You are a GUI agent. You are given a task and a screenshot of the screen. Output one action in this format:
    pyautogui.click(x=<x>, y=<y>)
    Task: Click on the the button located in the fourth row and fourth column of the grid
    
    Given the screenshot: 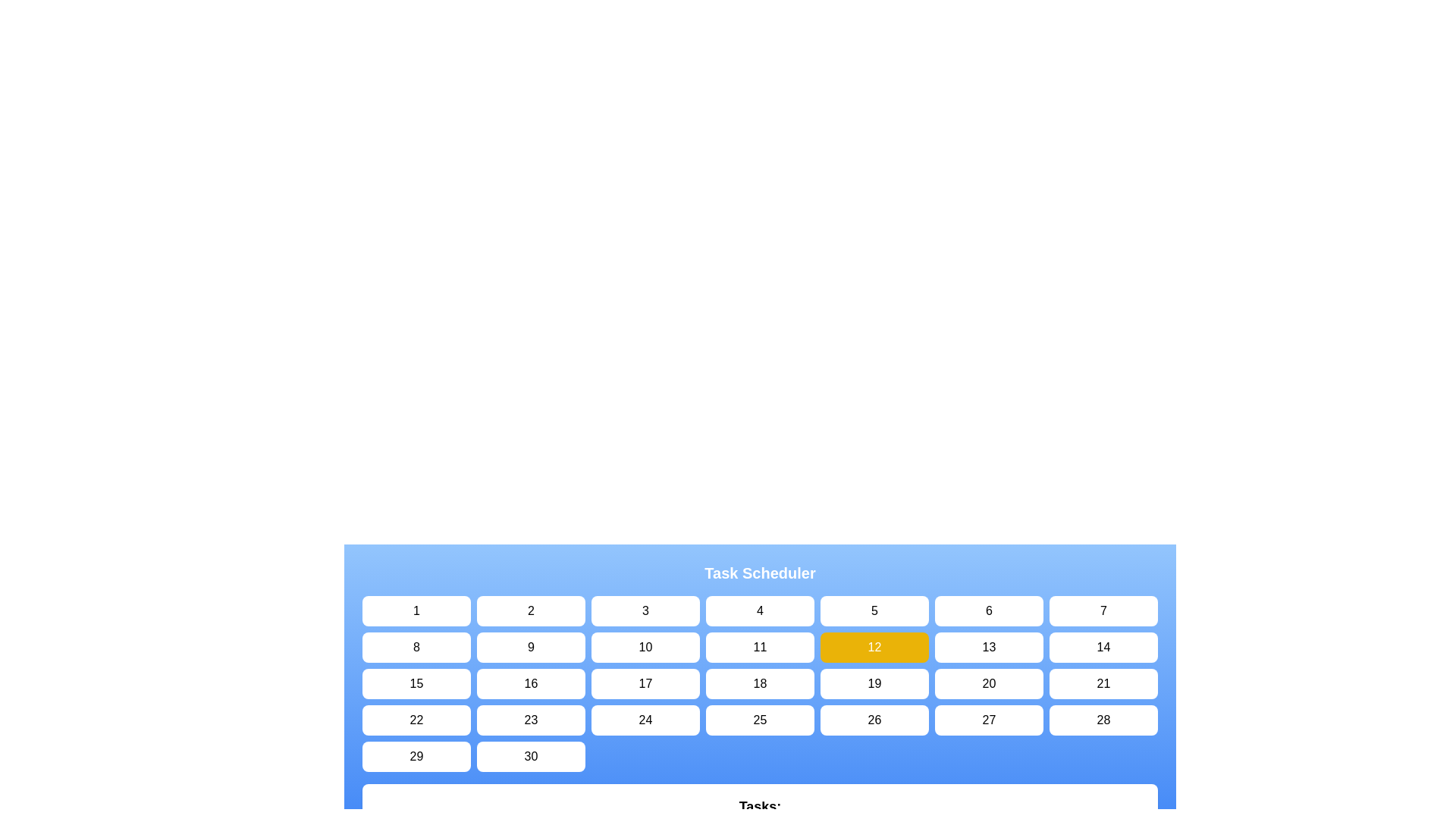 What is the action you would take?
    pyautogui.click(x=531, y=719)
    